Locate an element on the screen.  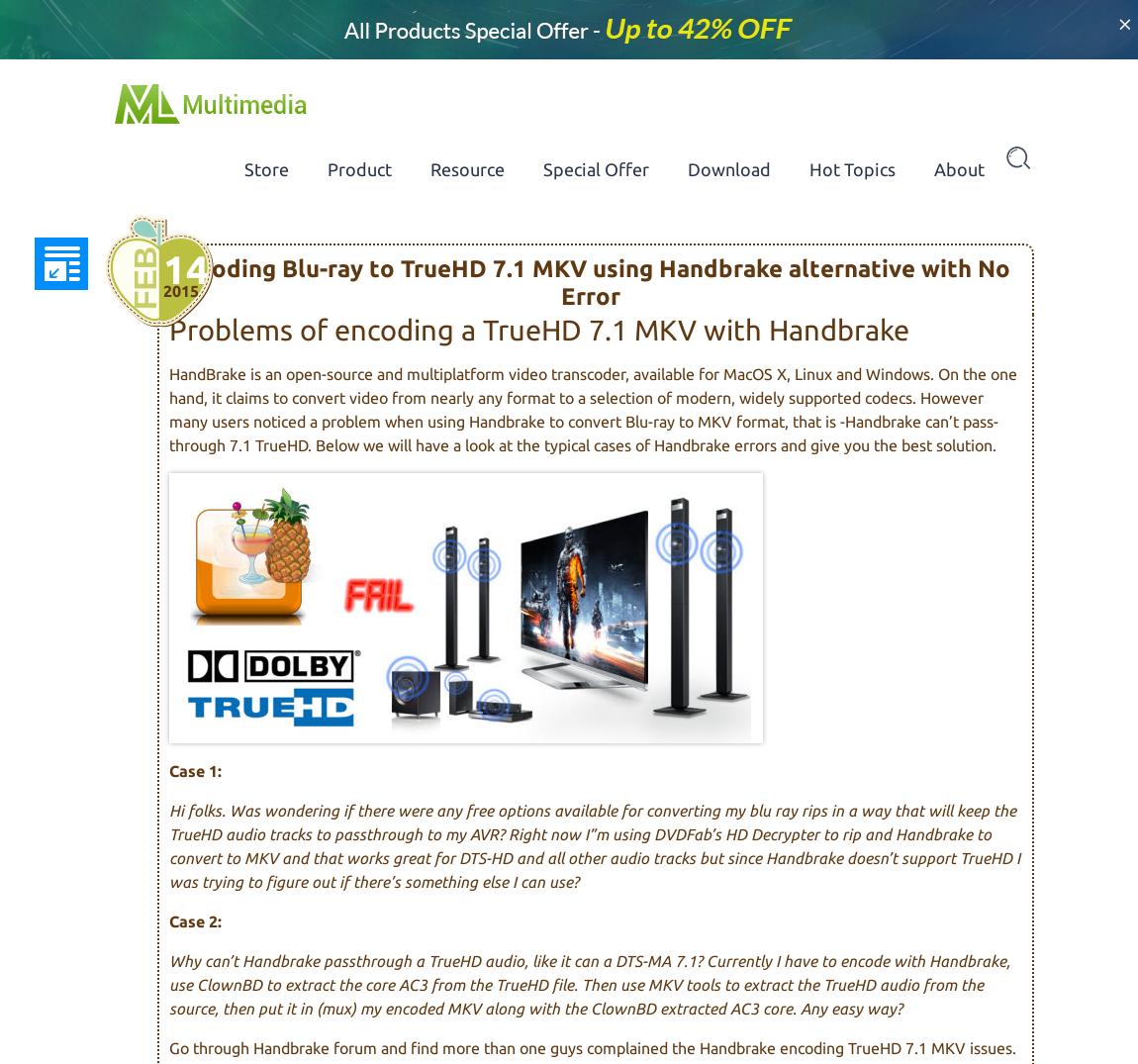
'Hi folks. Was wondering if there were any free options available for converting my blu ray rips in a way that will keep the TrueHD audio tracks to passthrough to my AVR? Right now I”m using DVDFab’s HD Decrypter to rip and Handbrake to convert to MKV and that works great for DTS-HD and all other audio tracks but since Handbrake doesn’t support TrueHD I was trying to figure out if there’s something else I can use?' is located at coordinates (593, 844).